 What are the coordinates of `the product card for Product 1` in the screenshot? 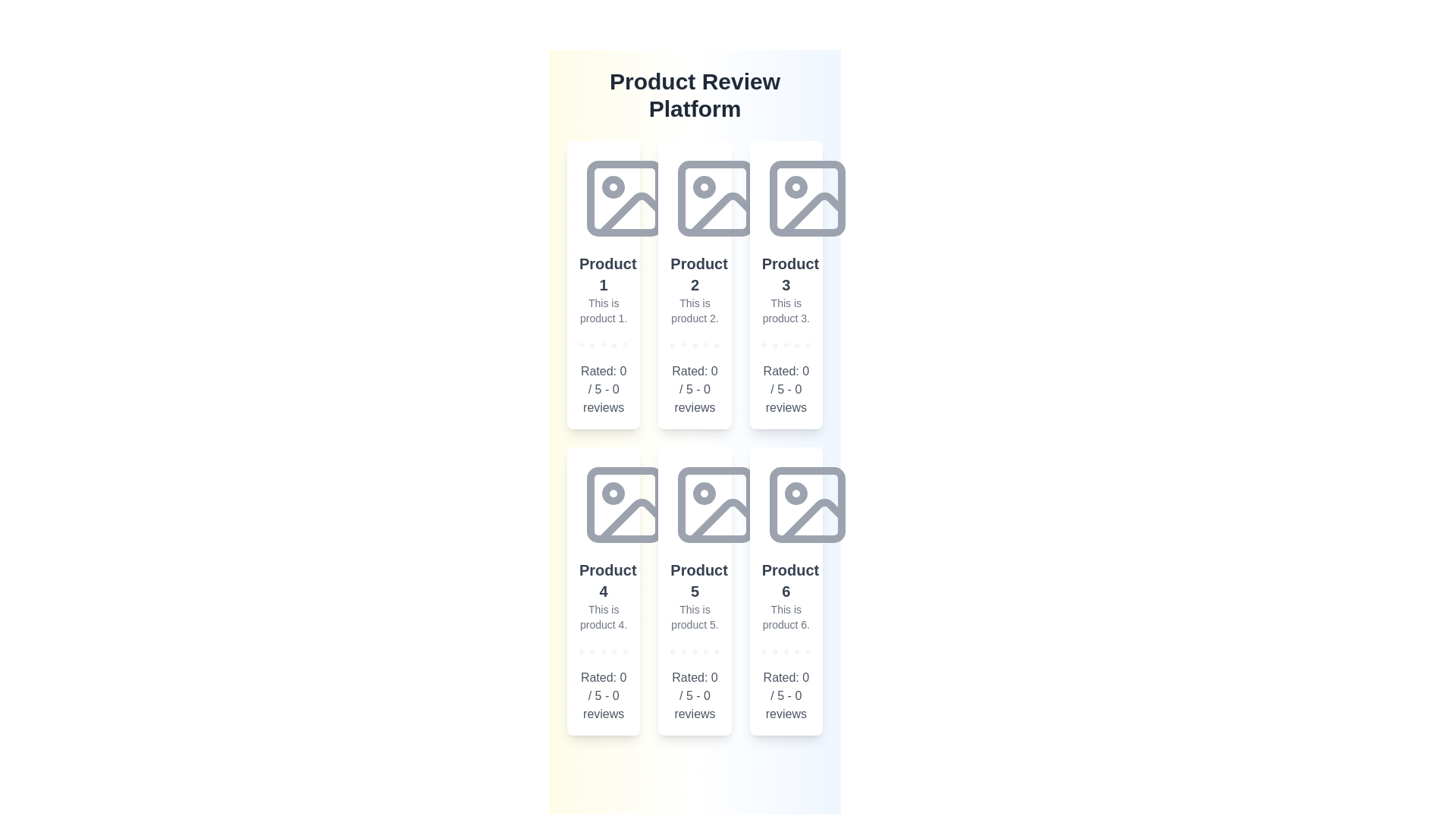 It's located at (603, 284).